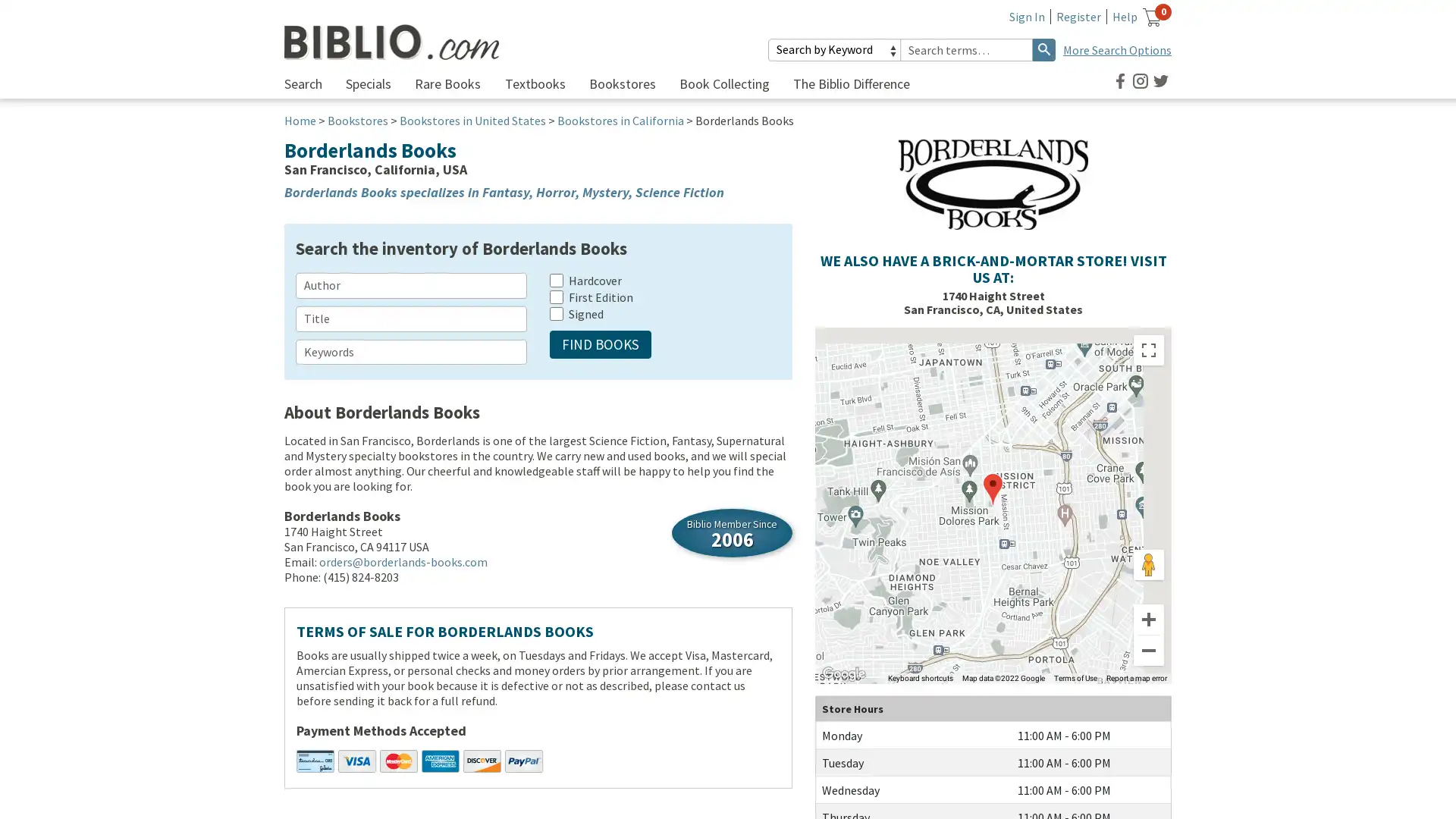  I want to click on Toggle fullscreen view, so click(1149, 350).